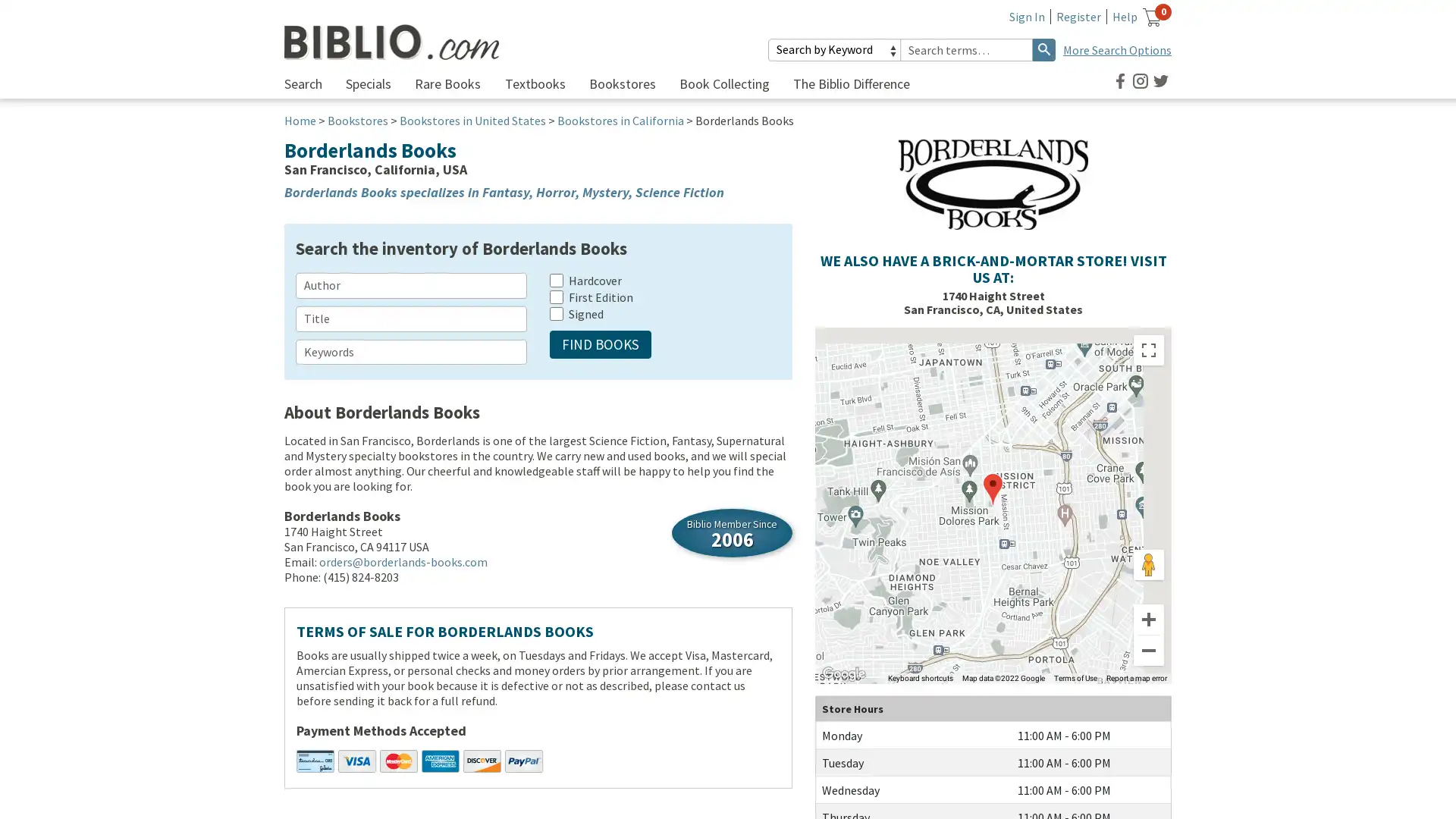  I want to click on Toggle fullscreen view, so click(1149, 350).